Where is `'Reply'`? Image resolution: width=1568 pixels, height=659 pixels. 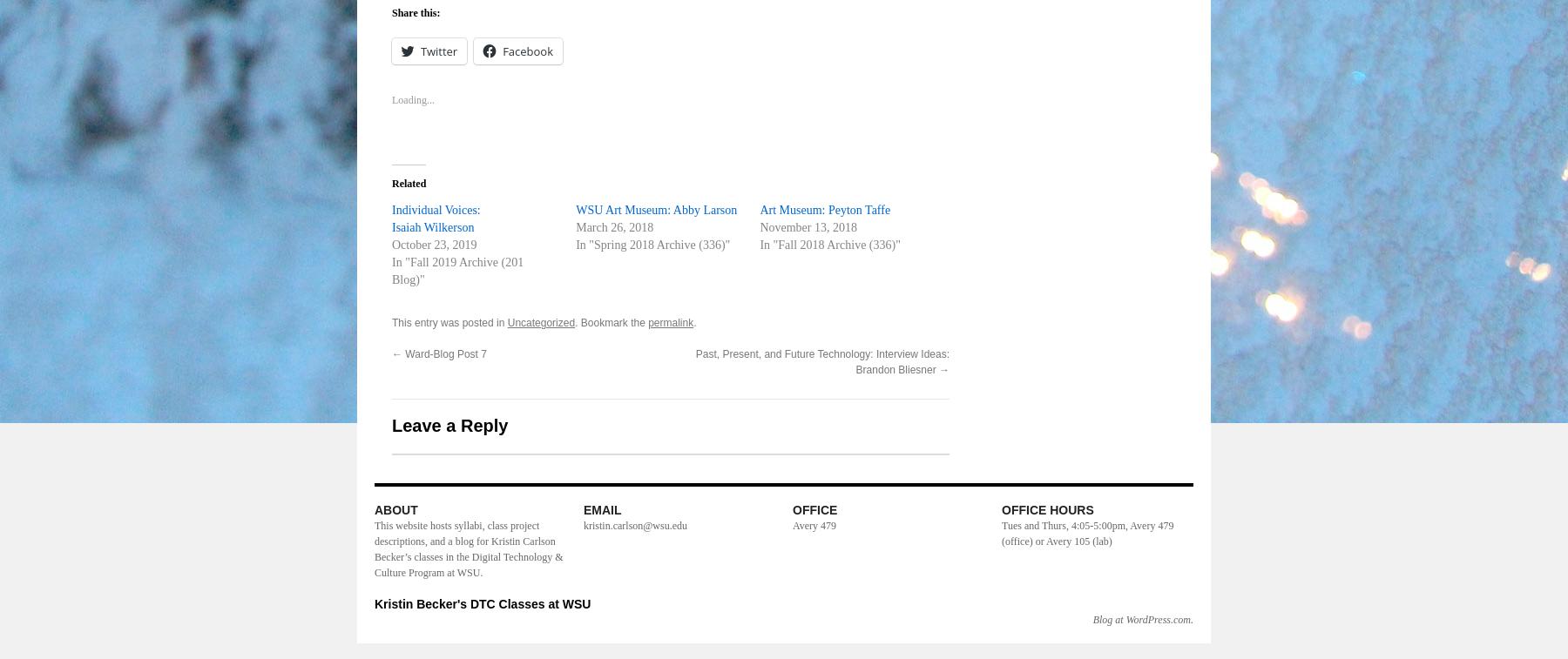 'Reply' is located at coordinates (902, 568).